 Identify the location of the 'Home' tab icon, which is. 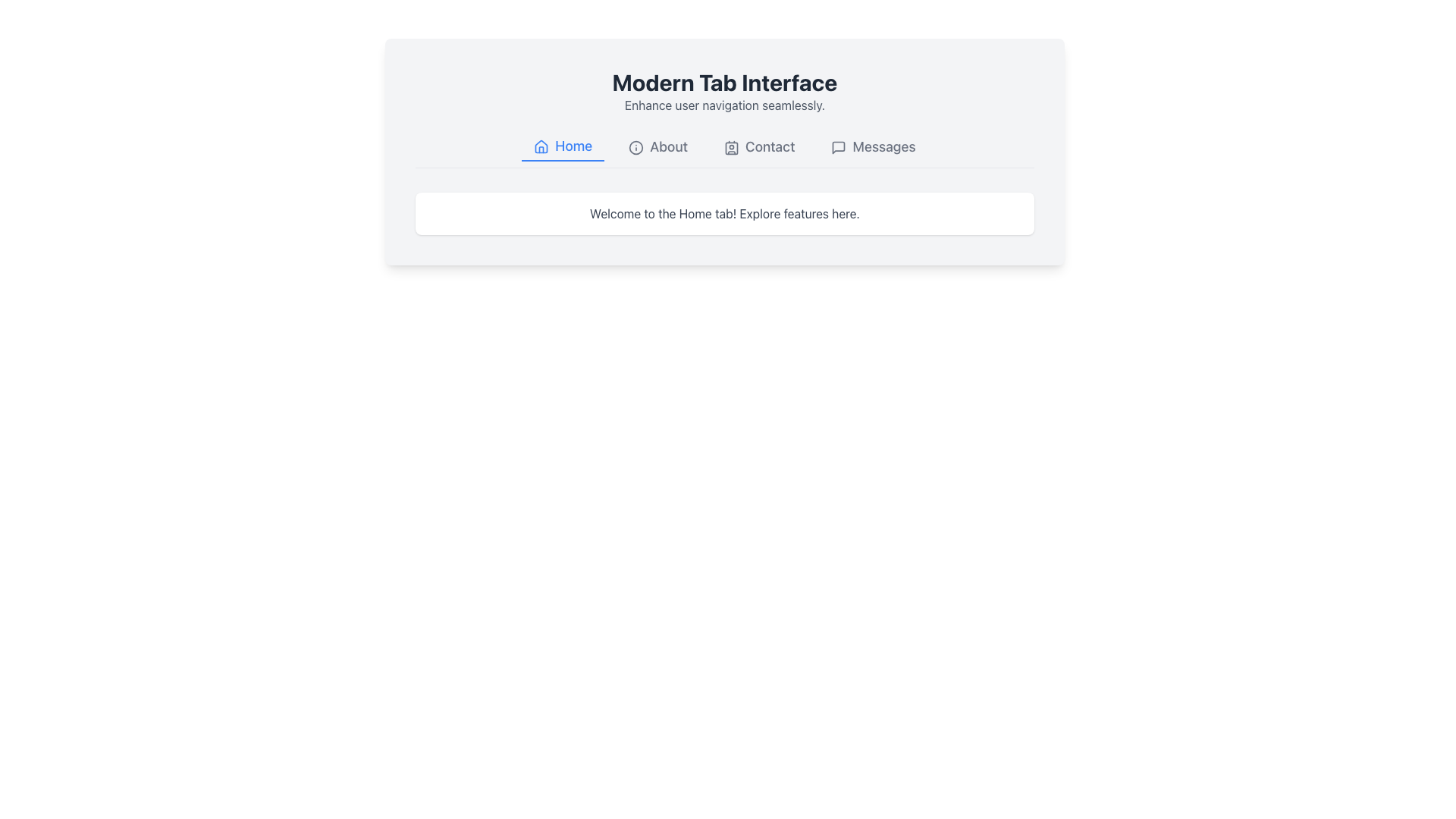
(541, 146).